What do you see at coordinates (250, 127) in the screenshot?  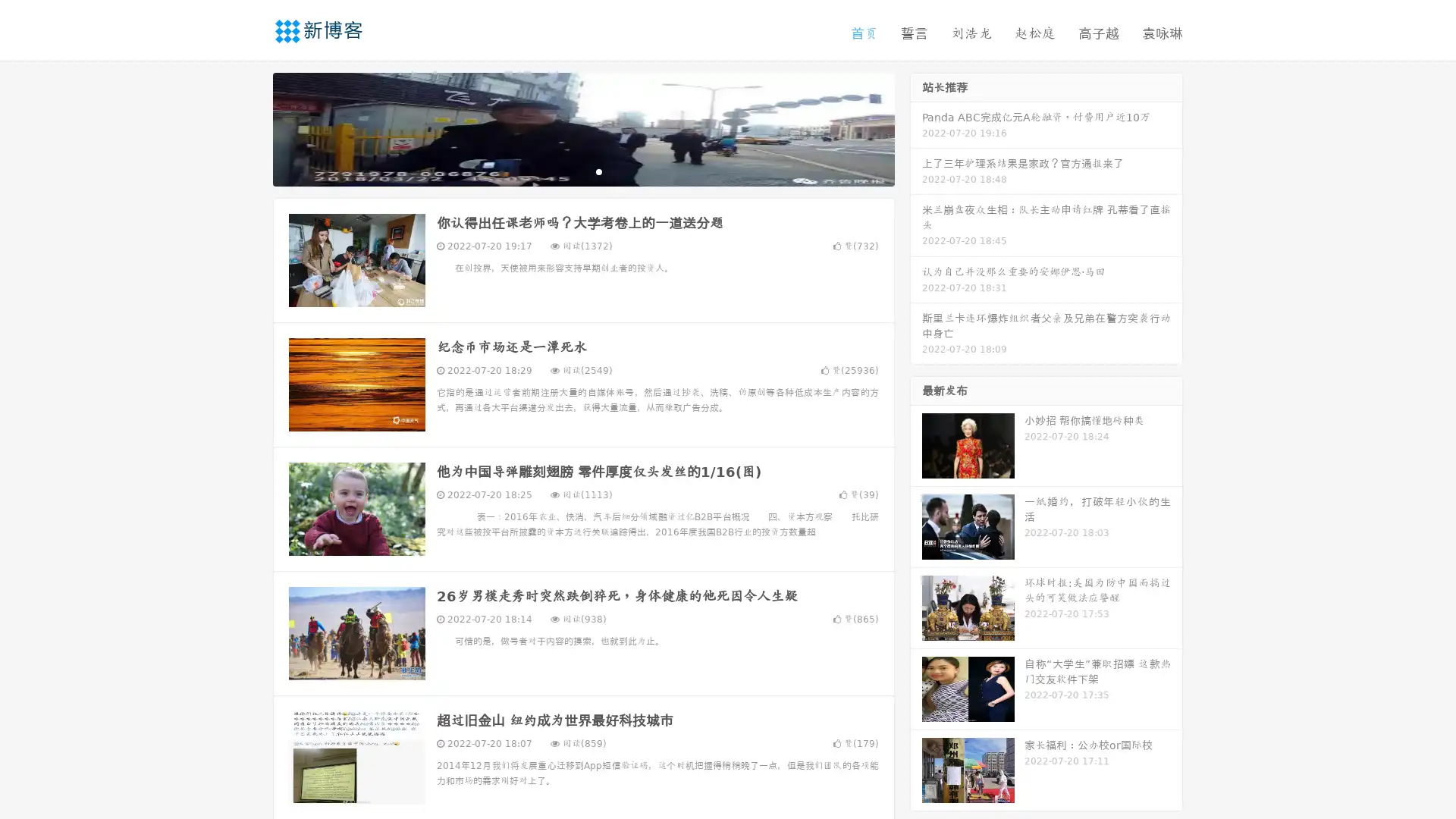 I see `Previous slide` at bounding box center [250, 127].